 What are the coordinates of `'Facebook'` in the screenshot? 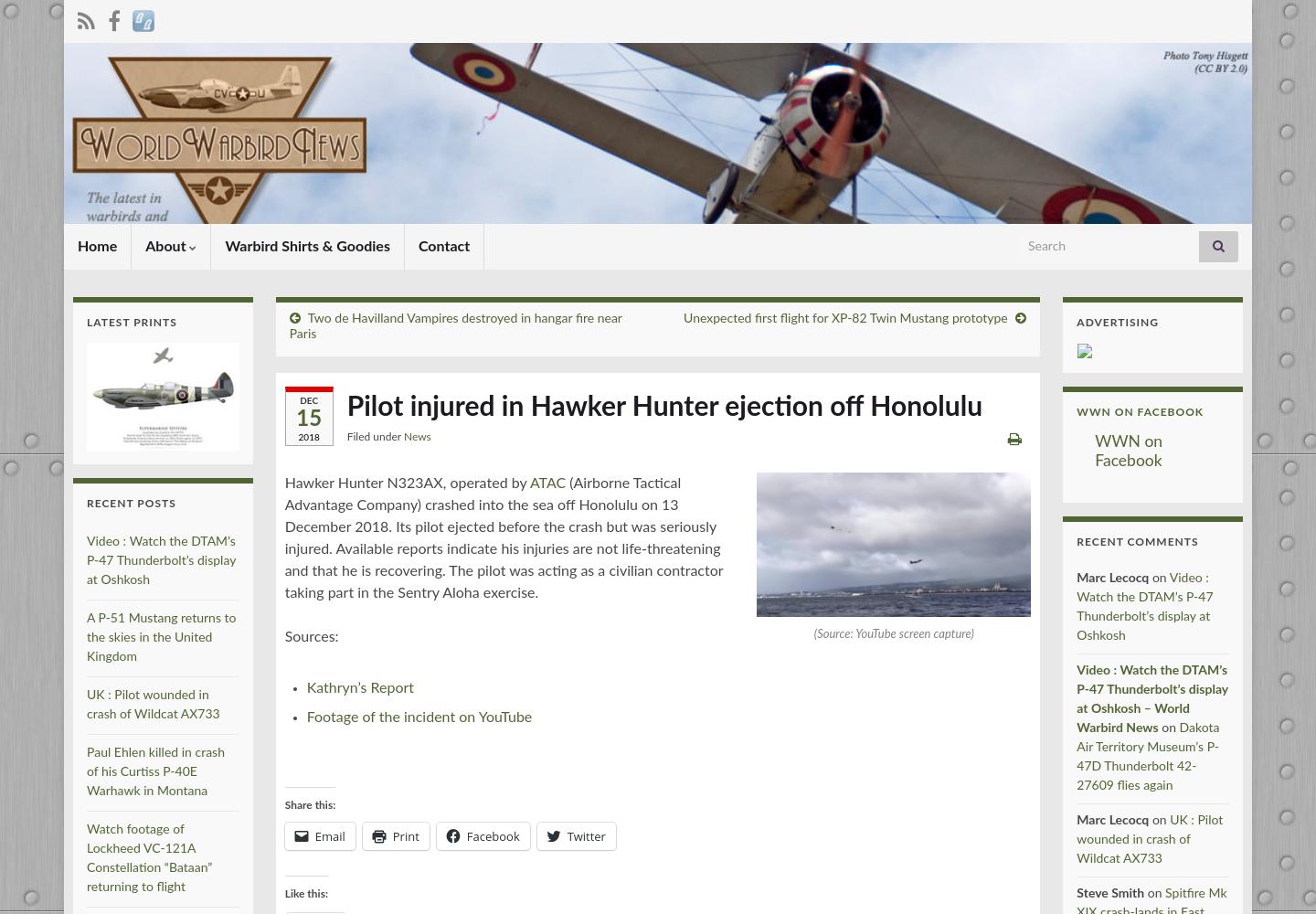 It's located at (491, 836).